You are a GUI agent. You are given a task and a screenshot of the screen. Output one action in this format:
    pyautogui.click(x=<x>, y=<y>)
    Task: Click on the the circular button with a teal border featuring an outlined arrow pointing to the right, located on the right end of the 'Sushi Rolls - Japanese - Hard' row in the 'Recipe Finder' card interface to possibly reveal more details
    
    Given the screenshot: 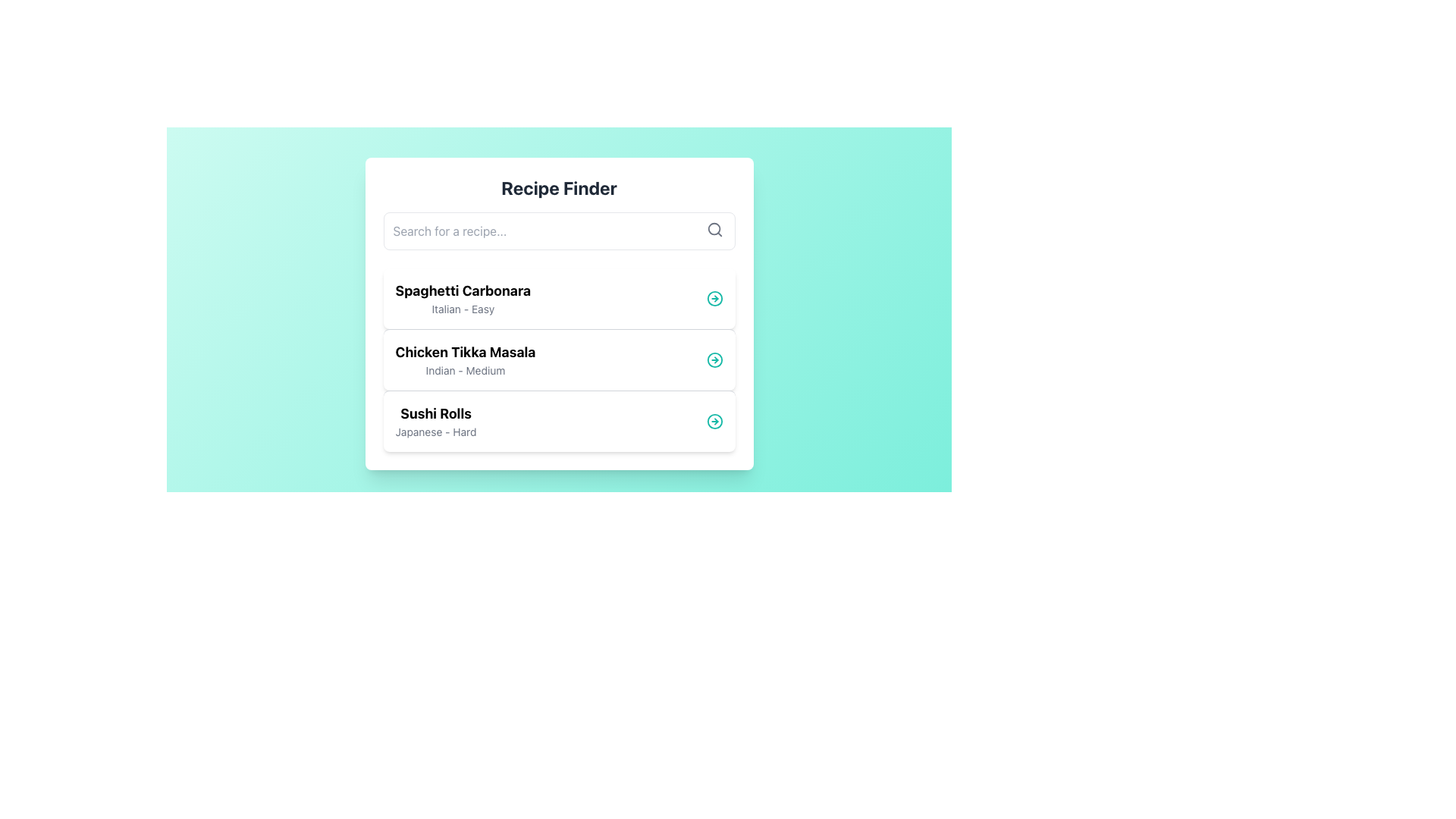 What is the action you would take?
    pyautogui.click(x=714, y=421)
    